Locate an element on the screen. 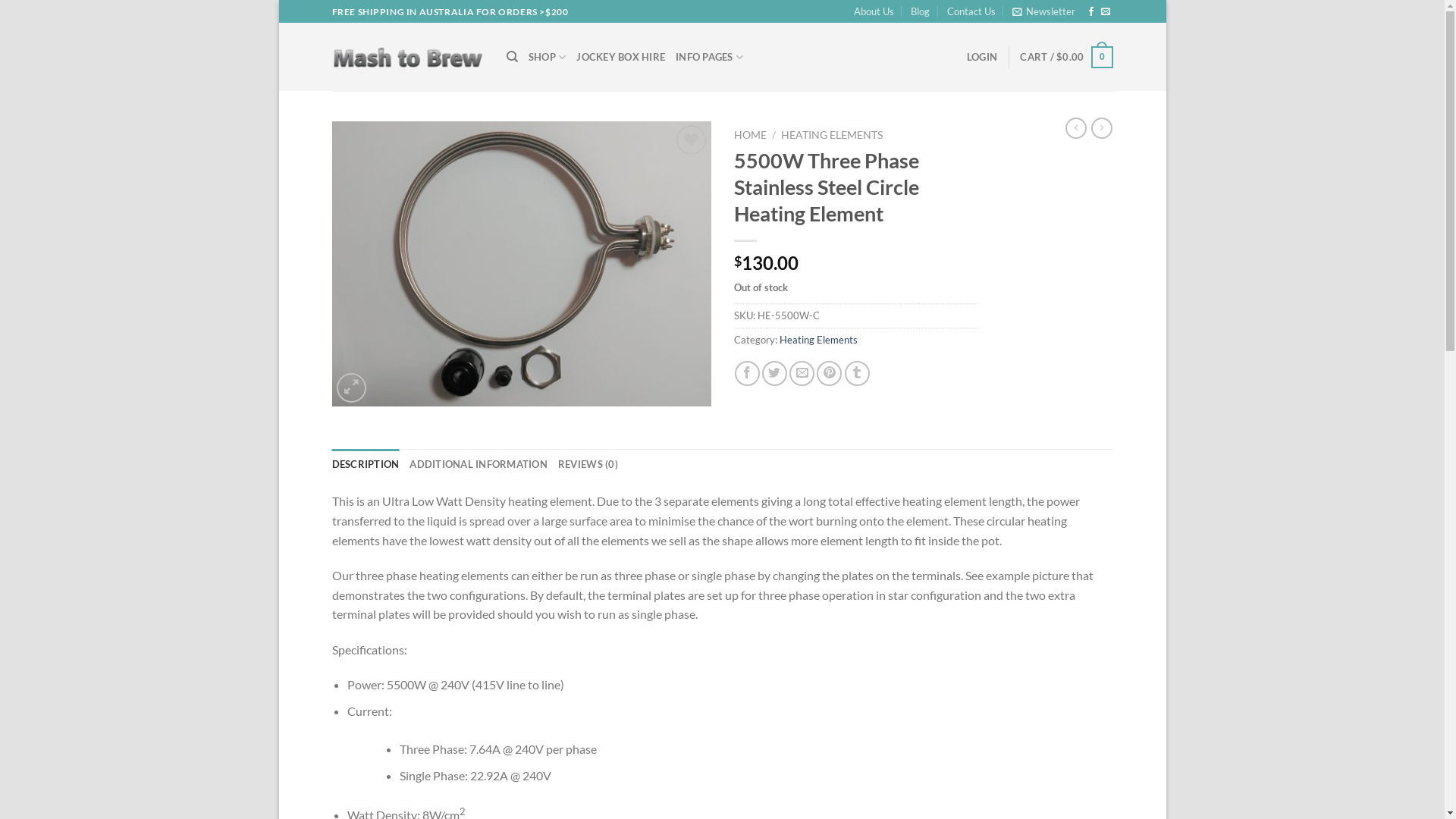 Image resolution: width=1456 pixels, height=819 pixels. '5500W Three Phase Stainless Steel Circle Heating Element' is located at coordinates (521, 262).